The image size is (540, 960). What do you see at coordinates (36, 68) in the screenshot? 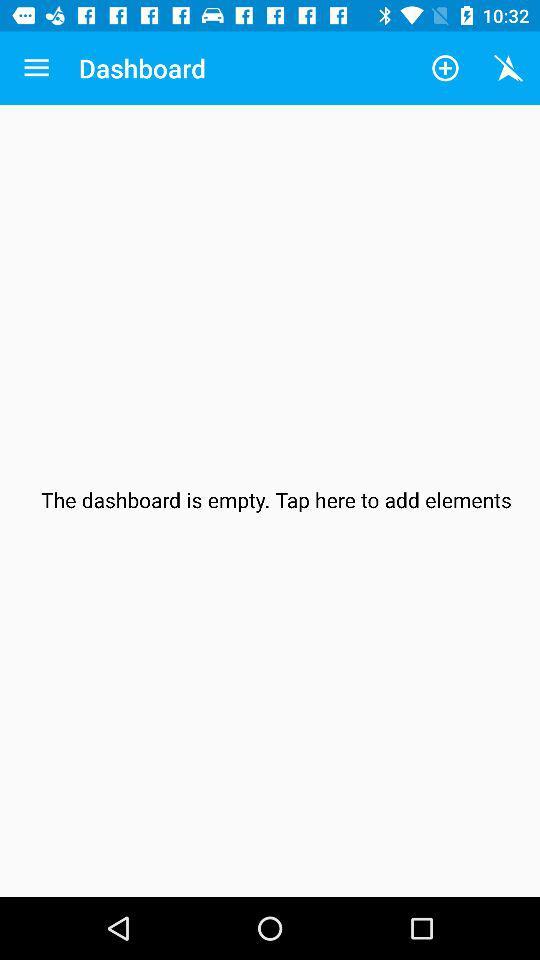
I see `the icon next to dashboard app` at bounding box center [36, 68].